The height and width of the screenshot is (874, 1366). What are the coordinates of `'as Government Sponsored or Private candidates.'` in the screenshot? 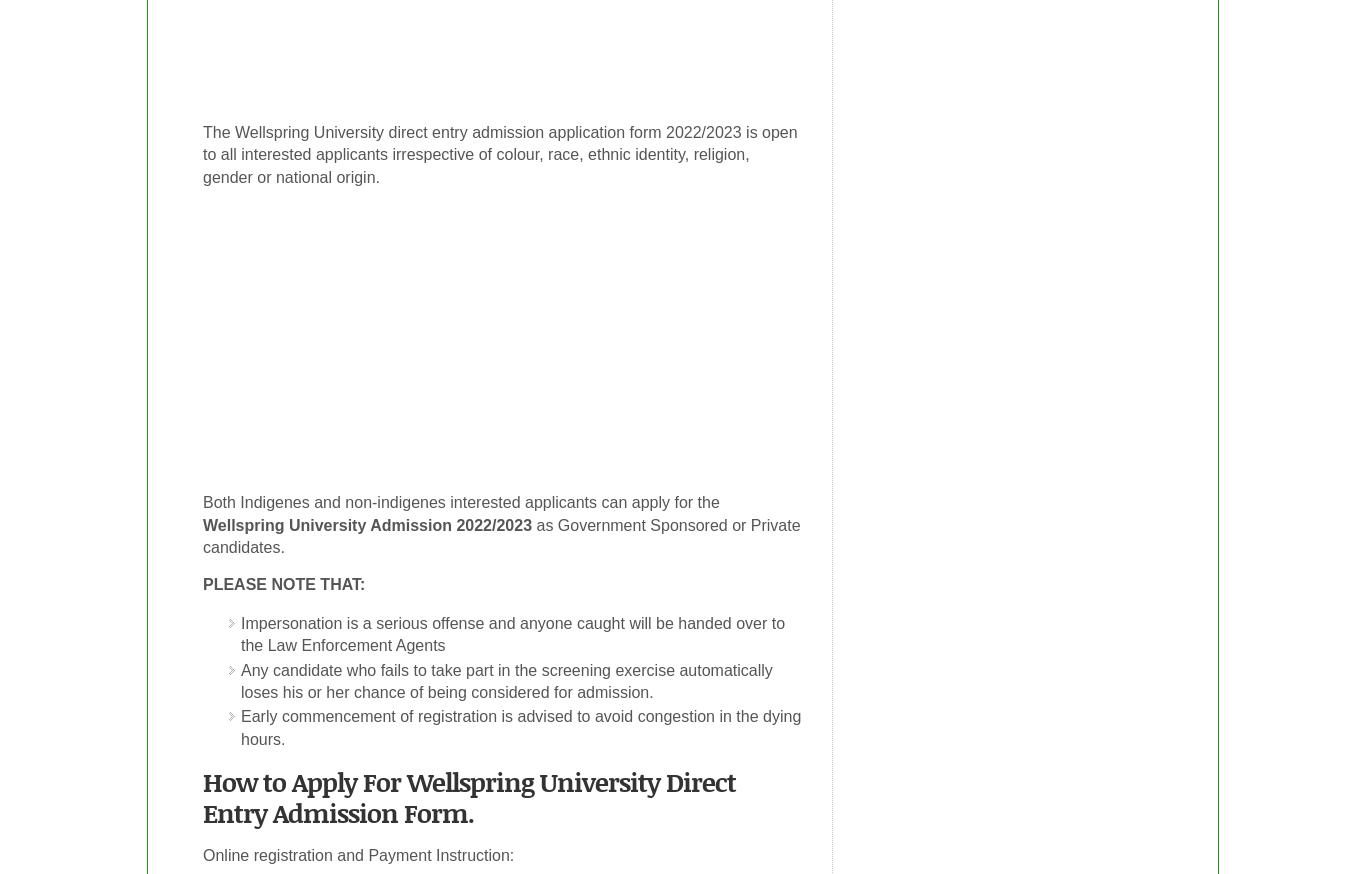 It's located at (501, 536).